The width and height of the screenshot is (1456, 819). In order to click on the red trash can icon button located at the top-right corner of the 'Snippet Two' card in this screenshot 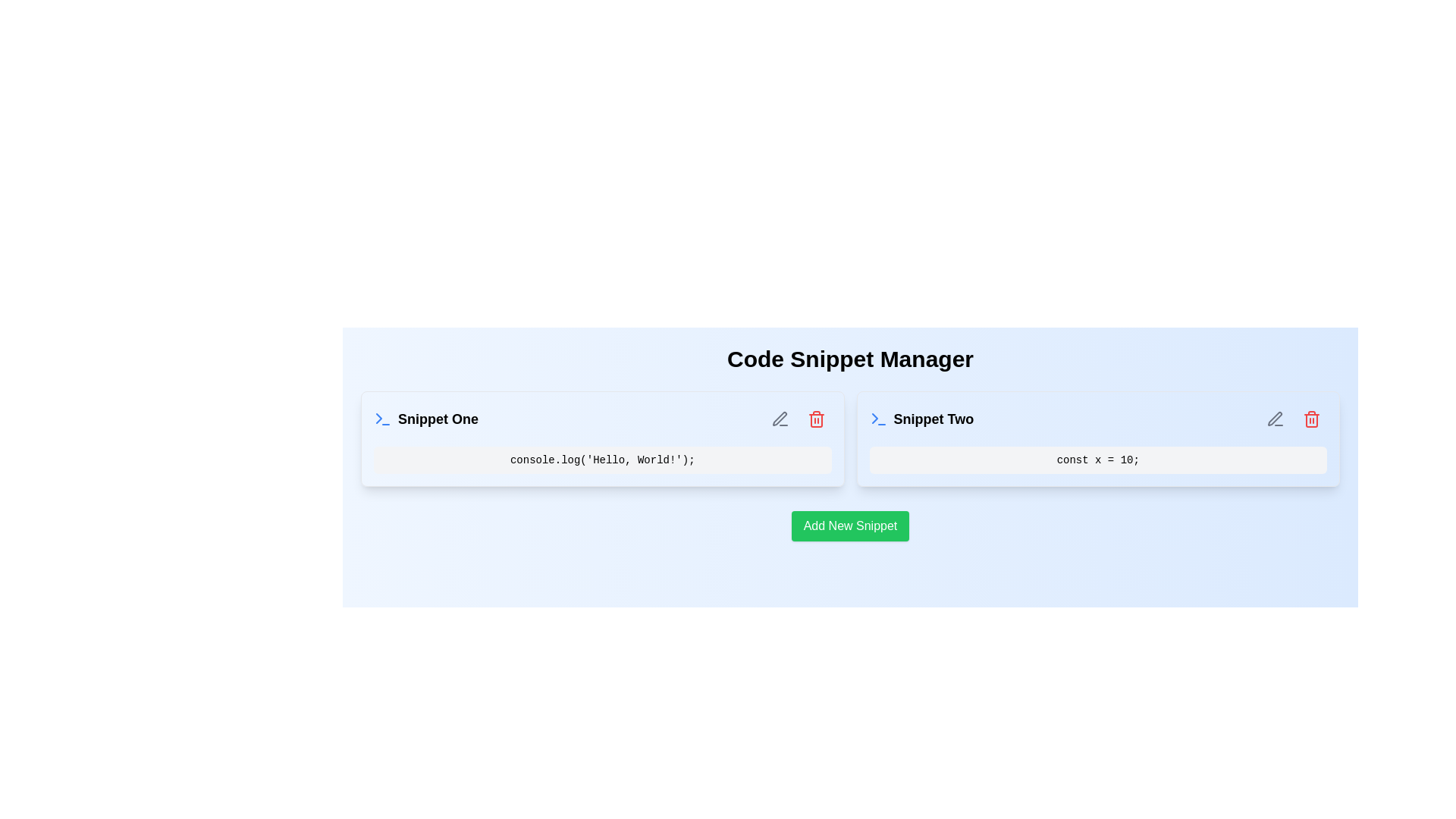, I will do `click(1310, 419)`.